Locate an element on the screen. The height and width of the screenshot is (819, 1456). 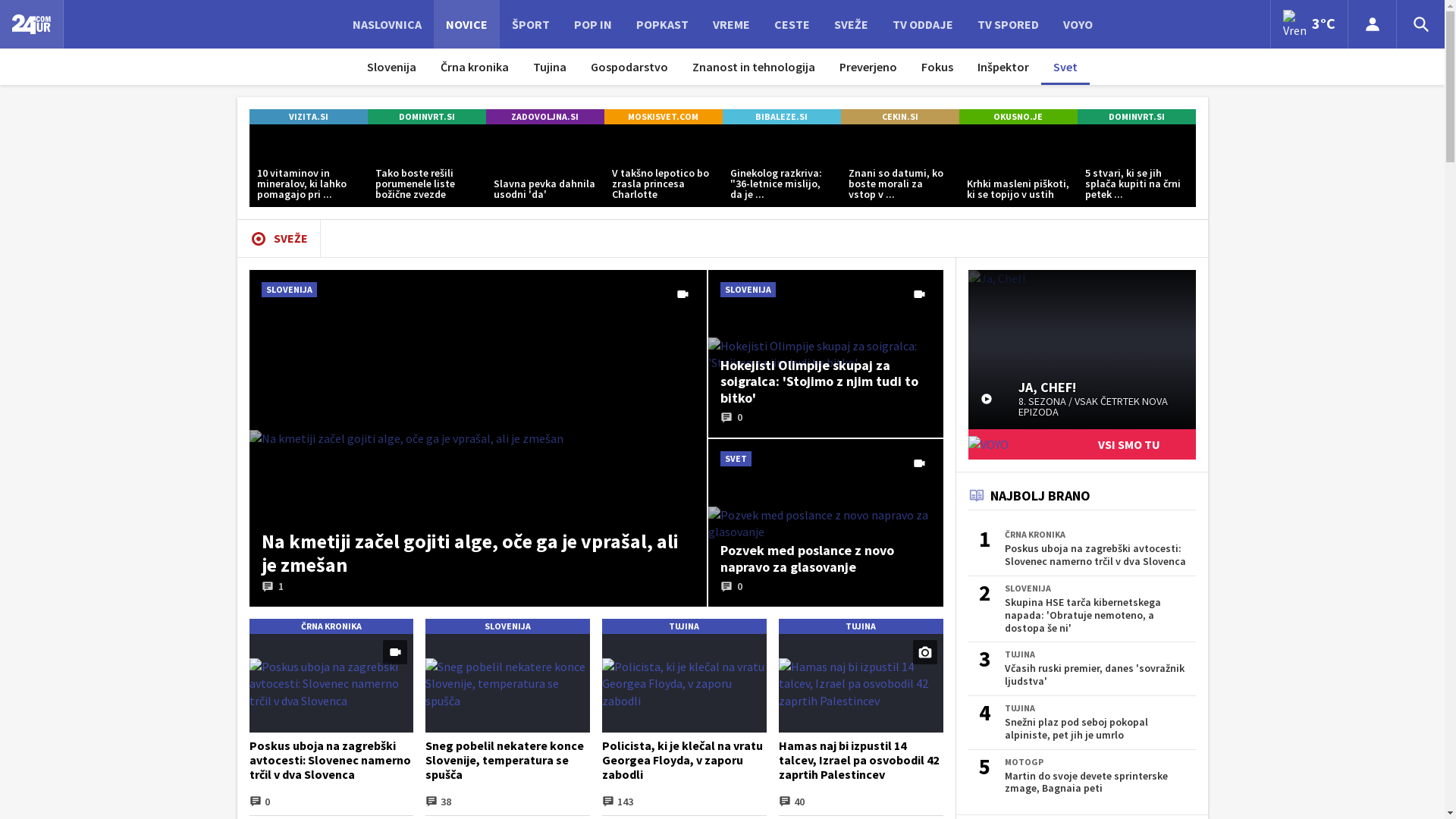
'Ginekolog razkriva: "36-letnice mislijo, da je ...' is located at coordinates (781, 165).